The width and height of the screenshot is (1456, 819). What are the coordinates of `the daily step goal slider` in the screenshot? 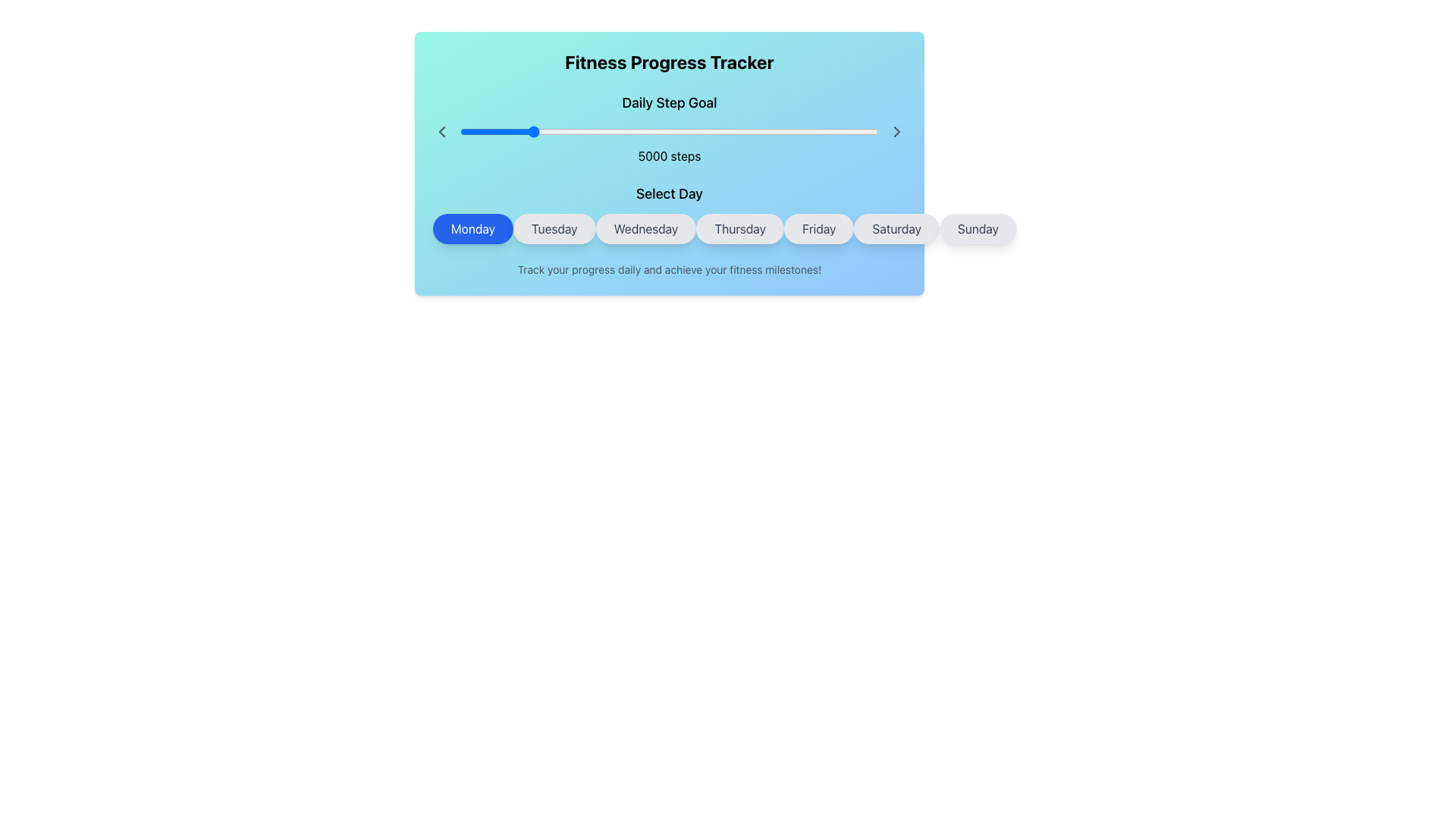 It's located at (839, 130).